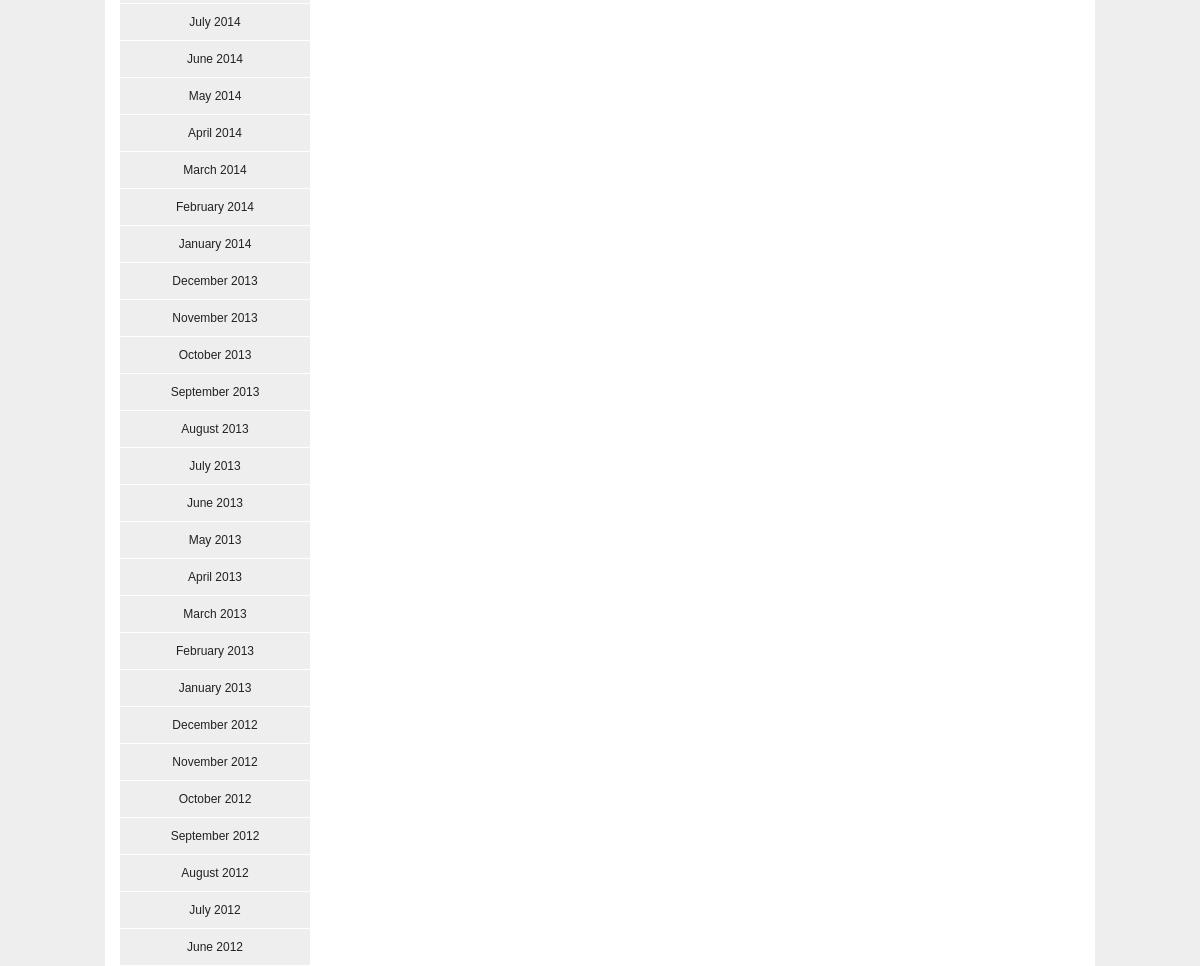  I want to click on 'July 2012', so click(213, 908).